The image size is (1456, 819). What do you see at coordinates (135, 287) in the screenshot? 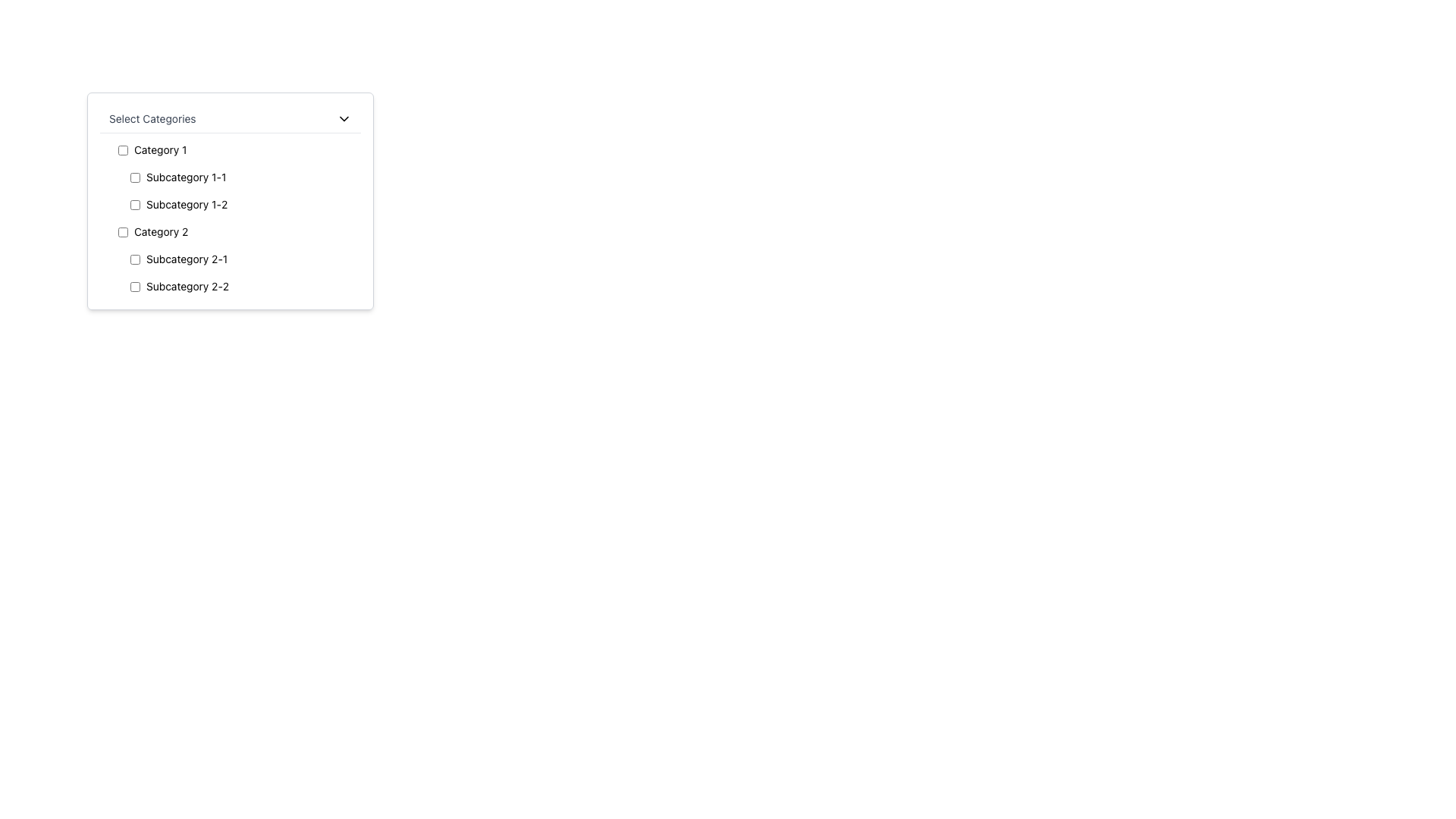
I see `the checkbox located to the left of the text label 'Subcategory 2-2' in the hierarchical dropdown listing under 'Category 2'` at bounding box center [135, 287].